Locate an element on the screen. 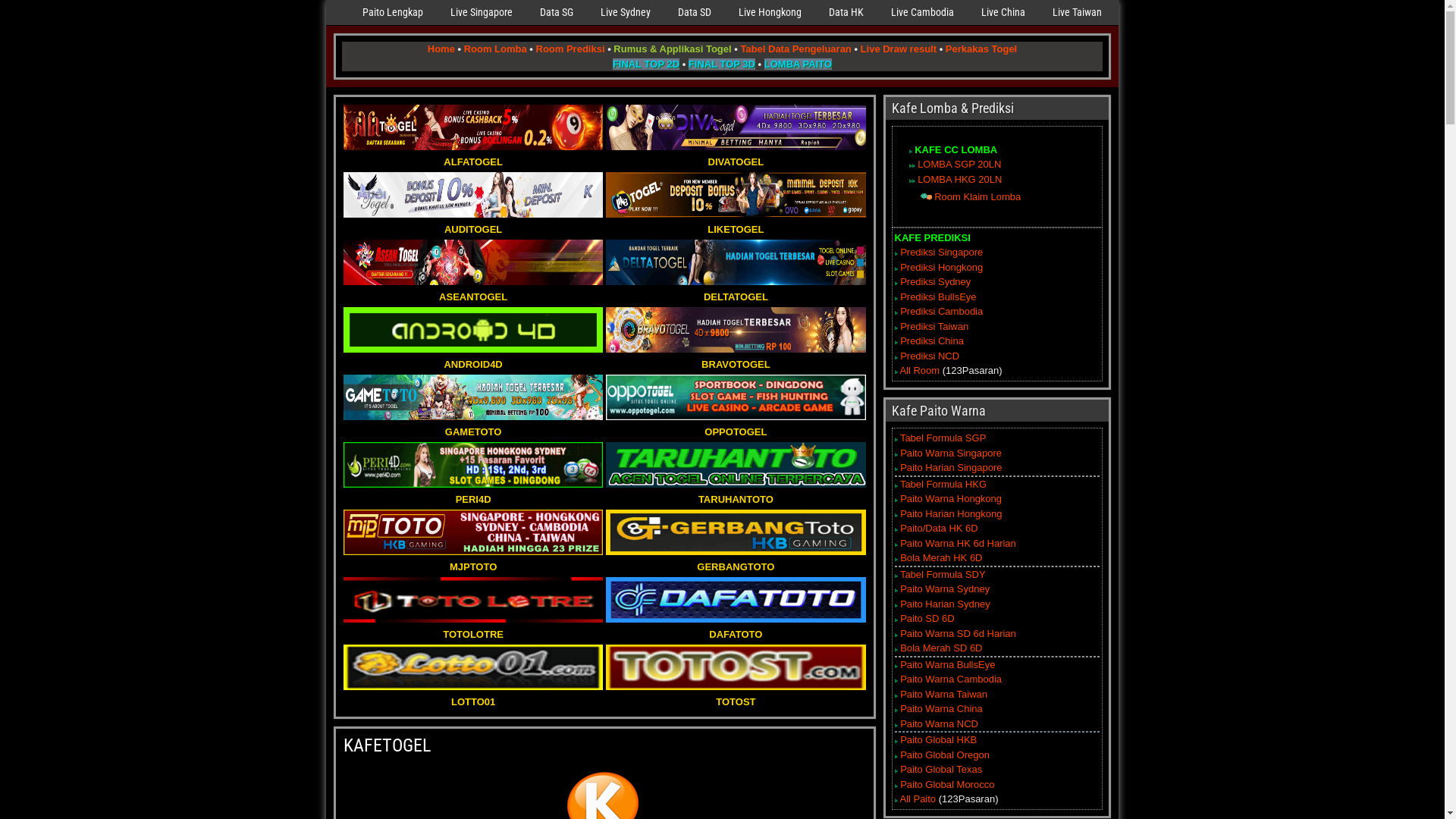  'Bandar Judi Online Terpercaya lotto01' is located at coordinates (472, 666).